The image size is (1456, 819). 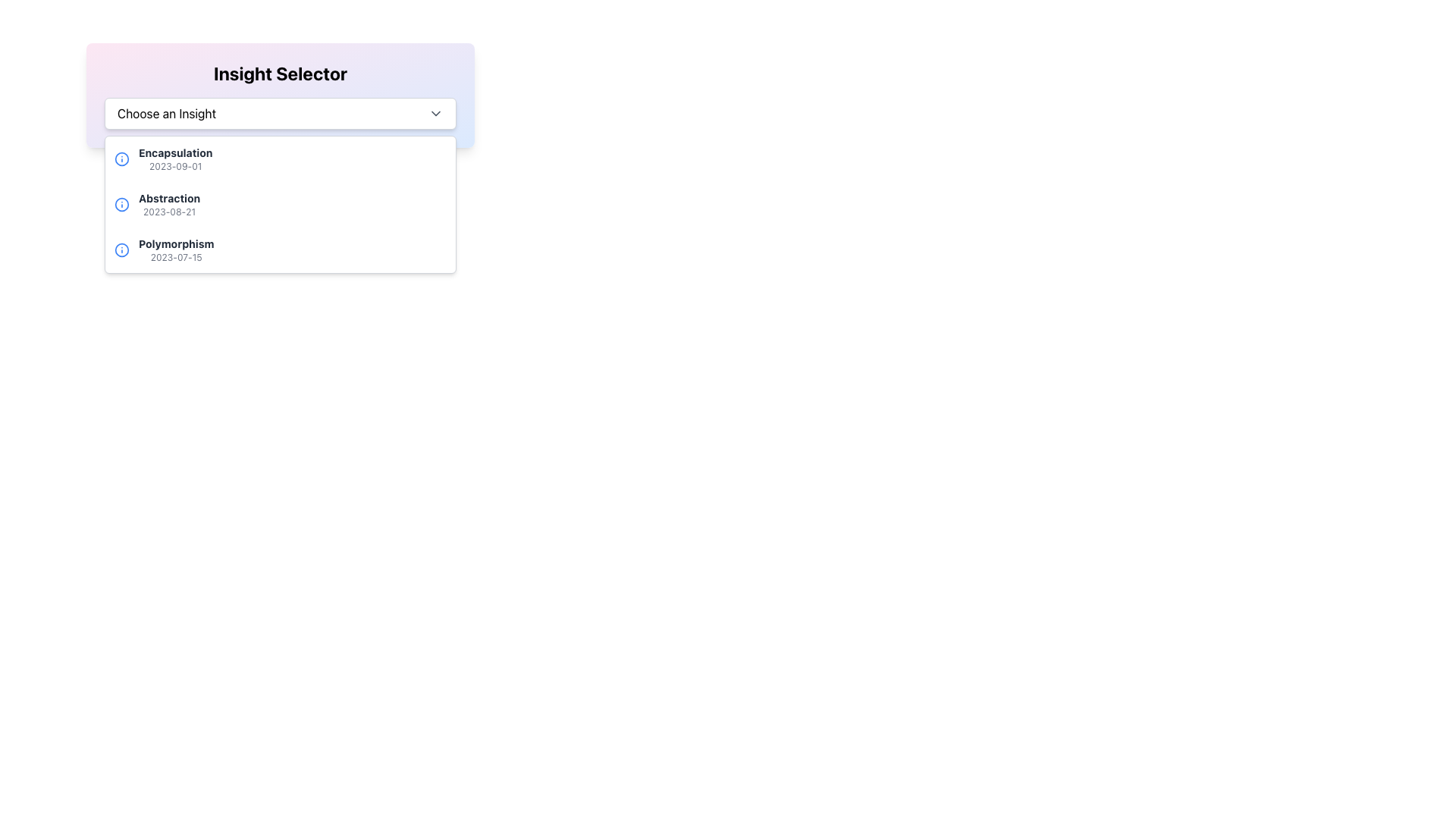 I want to click on the 'Insight Selector' dropdown menu, so click(x=280, y=96).